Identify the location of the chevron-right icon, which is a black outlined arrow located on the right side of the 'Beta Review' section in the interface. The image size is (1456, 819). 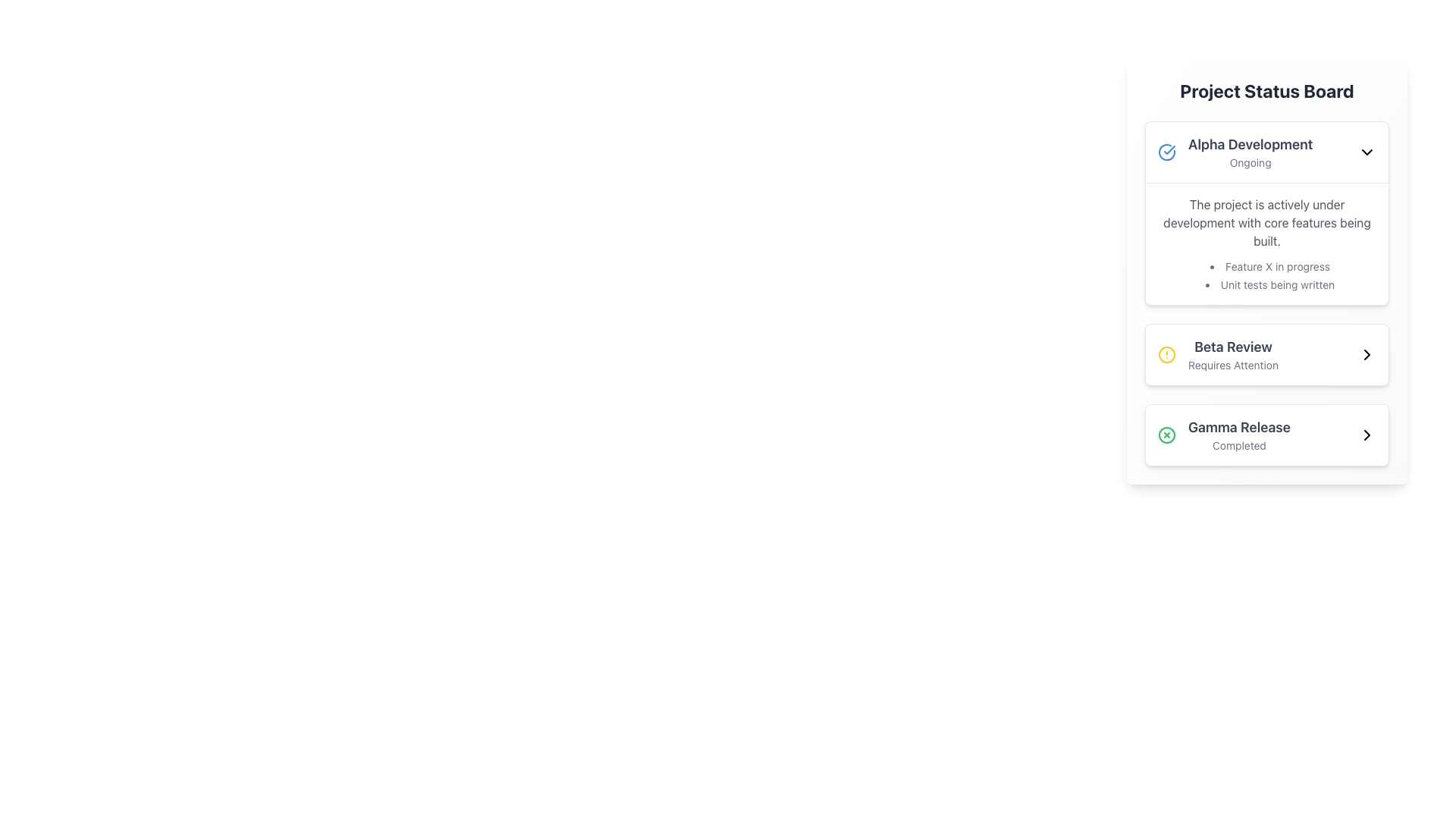
(1367, 435).